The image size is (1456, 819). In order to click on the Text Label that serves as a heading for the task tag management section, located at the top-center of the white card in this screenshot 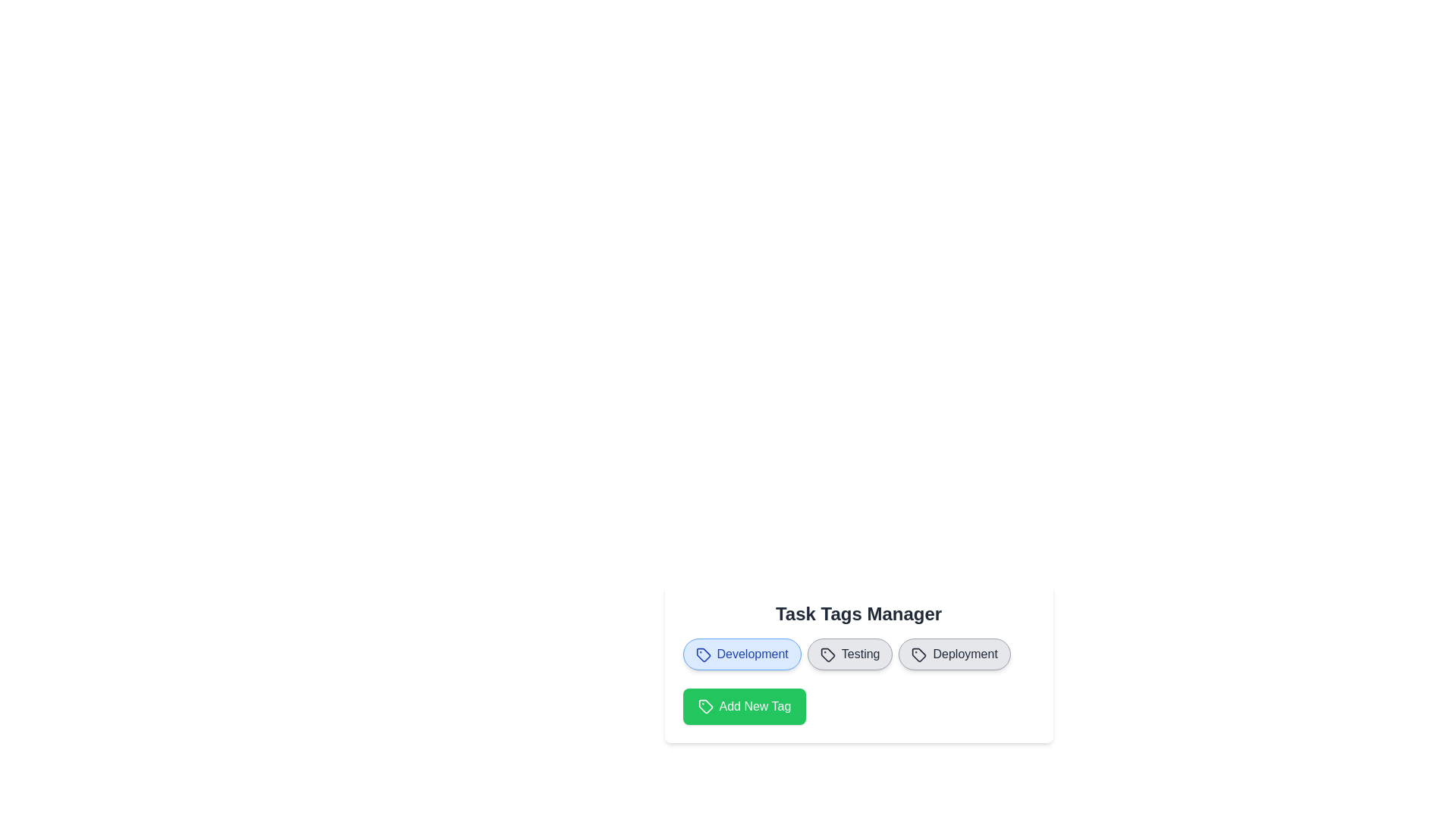, I will do `click(858, 614)`.